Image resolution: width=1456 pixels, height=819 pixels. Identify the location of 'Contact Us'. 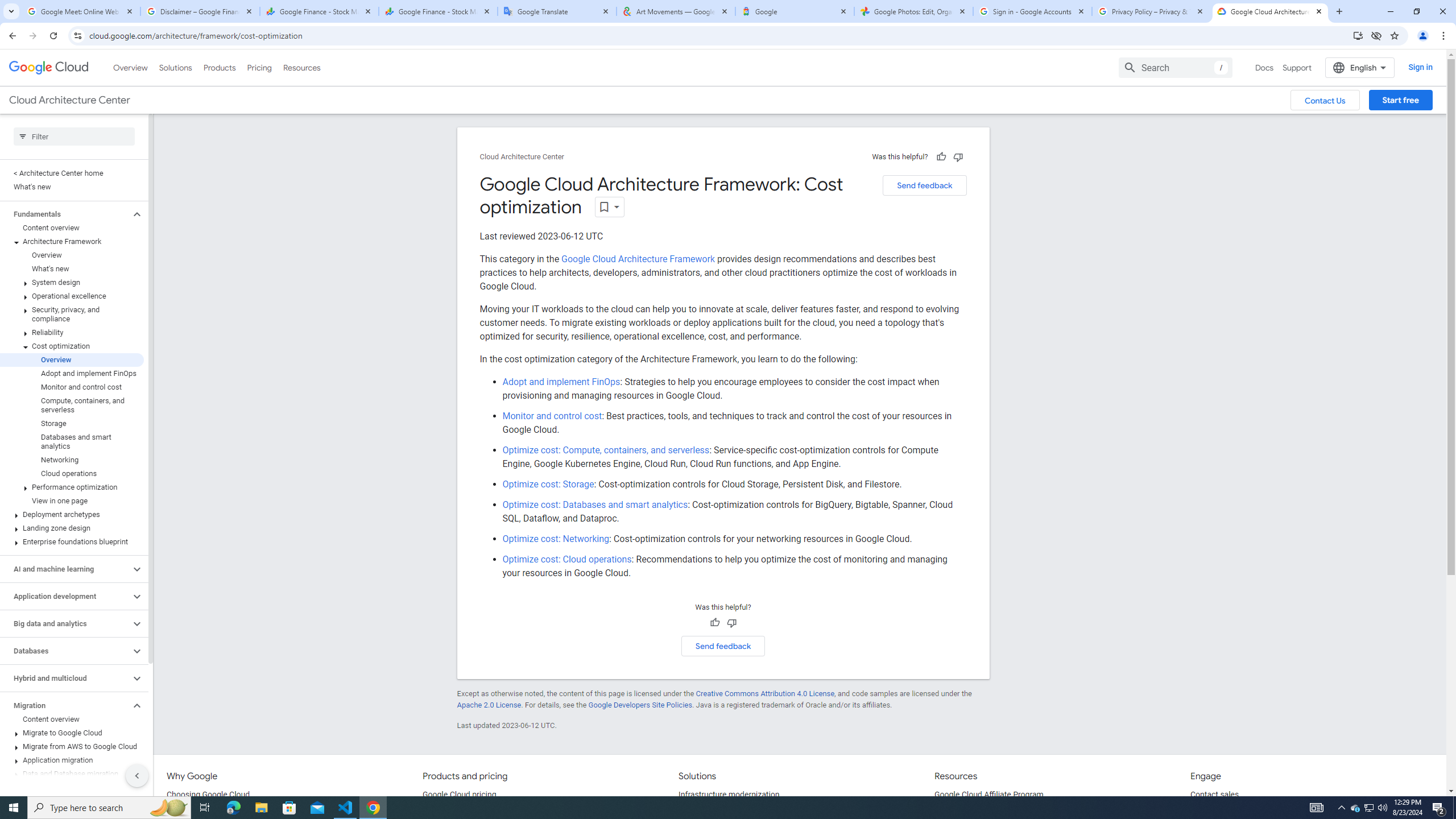
(1324, 100).